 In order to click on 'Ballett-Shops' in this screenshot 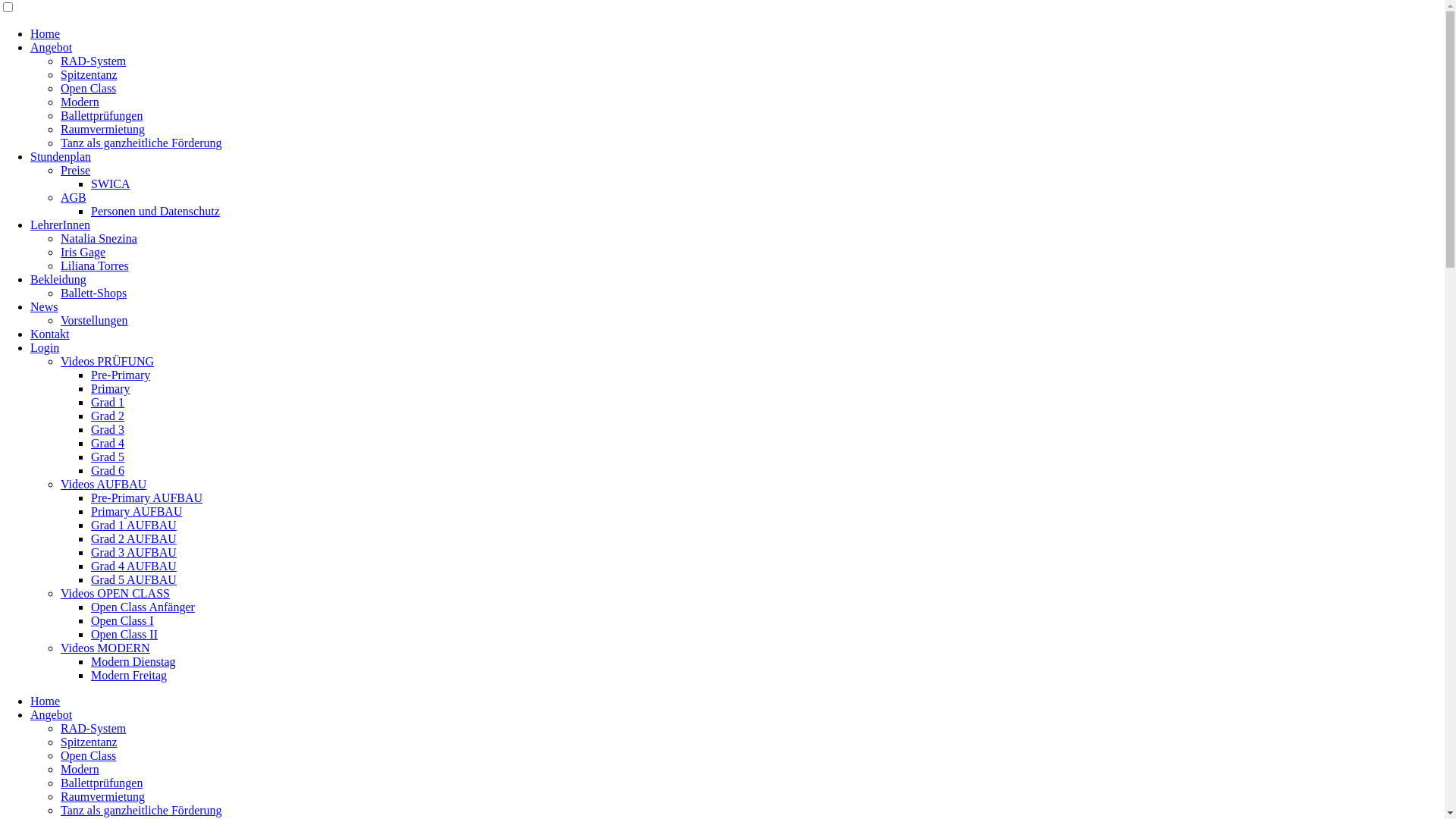, I will do `click(61, 293)`.